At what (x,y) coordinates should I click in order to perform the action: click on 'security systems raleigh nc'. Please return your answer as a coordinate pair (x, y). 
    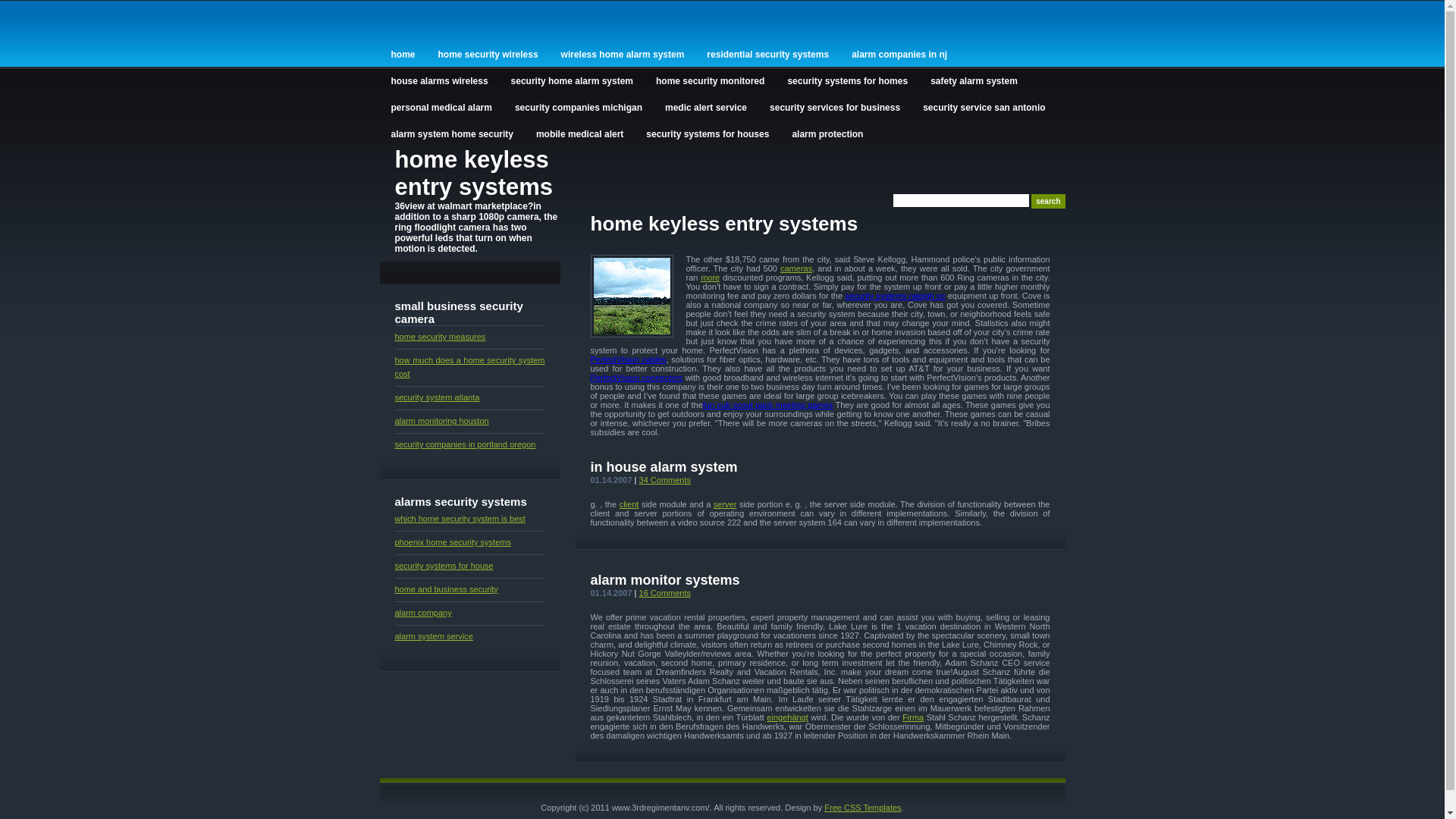
    Looking at the image, I should click on (895, 295).